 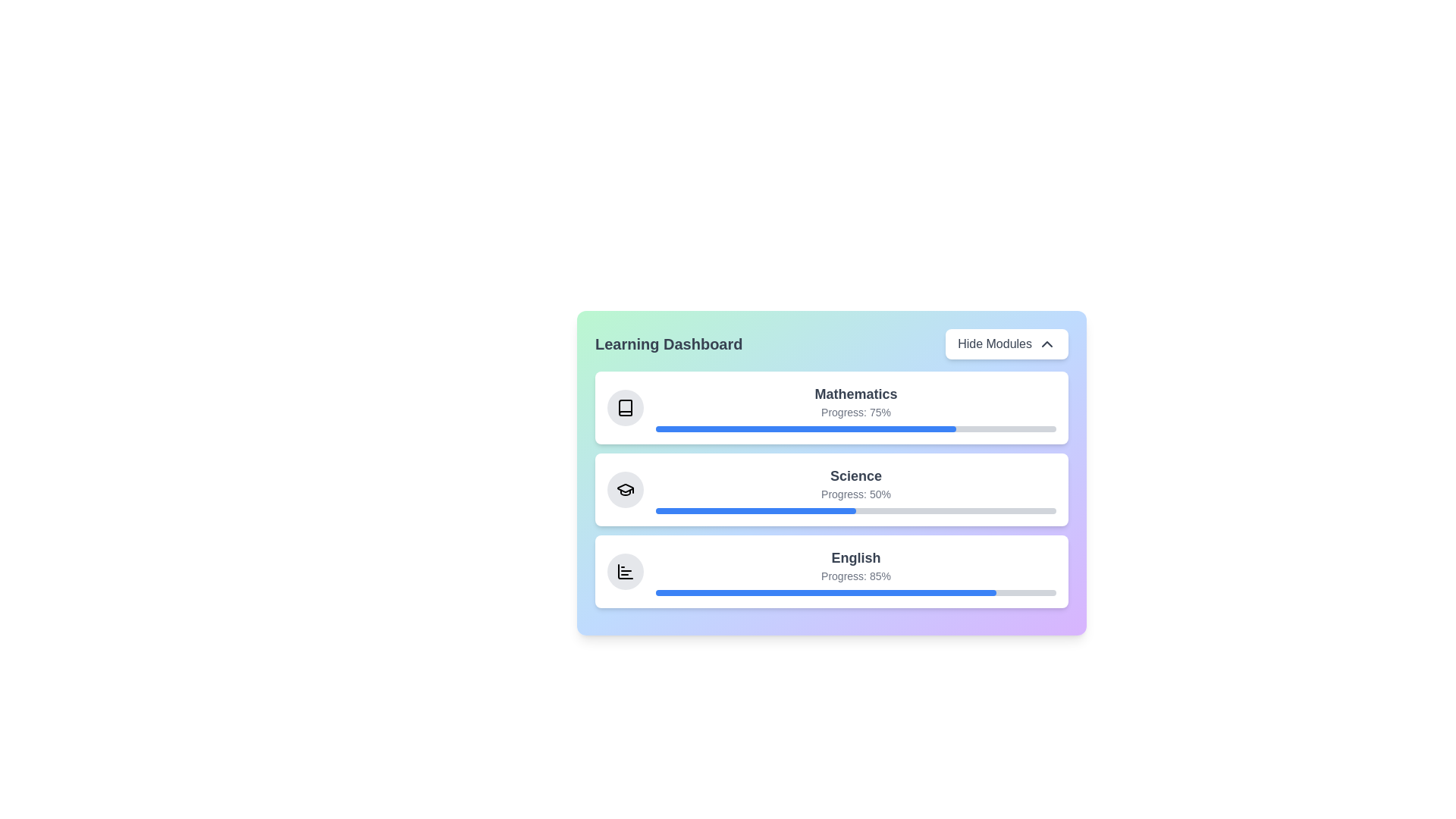 What do you see at coordinates (831, 406) in the screenshot?
I see `the module titled Mathematics to open its details` at bounding box center [831, 406].